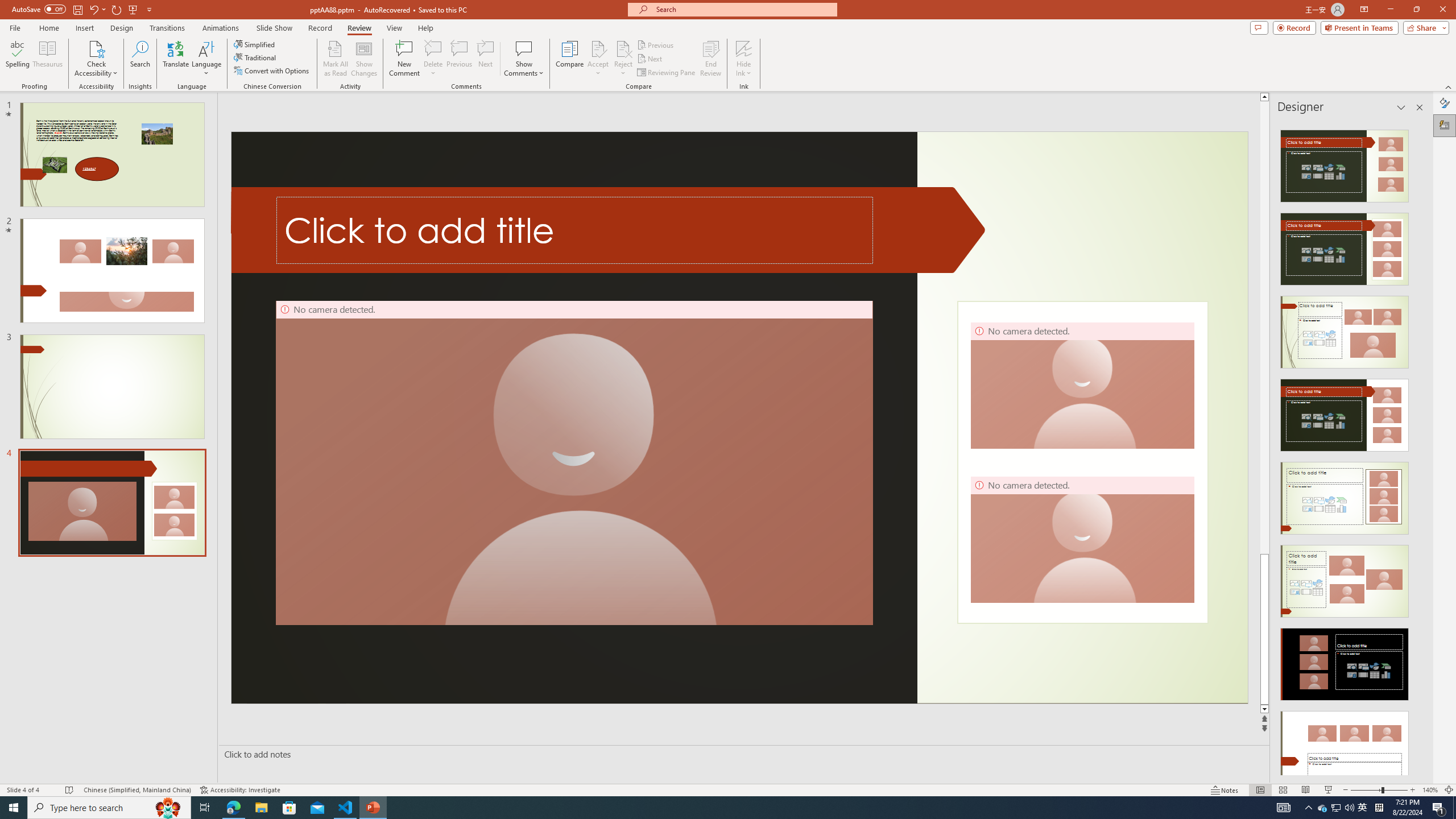 This screenshot has width=1456, height=819. What do you see at coordinates (206, 59) in the screenshot?
I see `'Language'` at bounding box center [206, 59].